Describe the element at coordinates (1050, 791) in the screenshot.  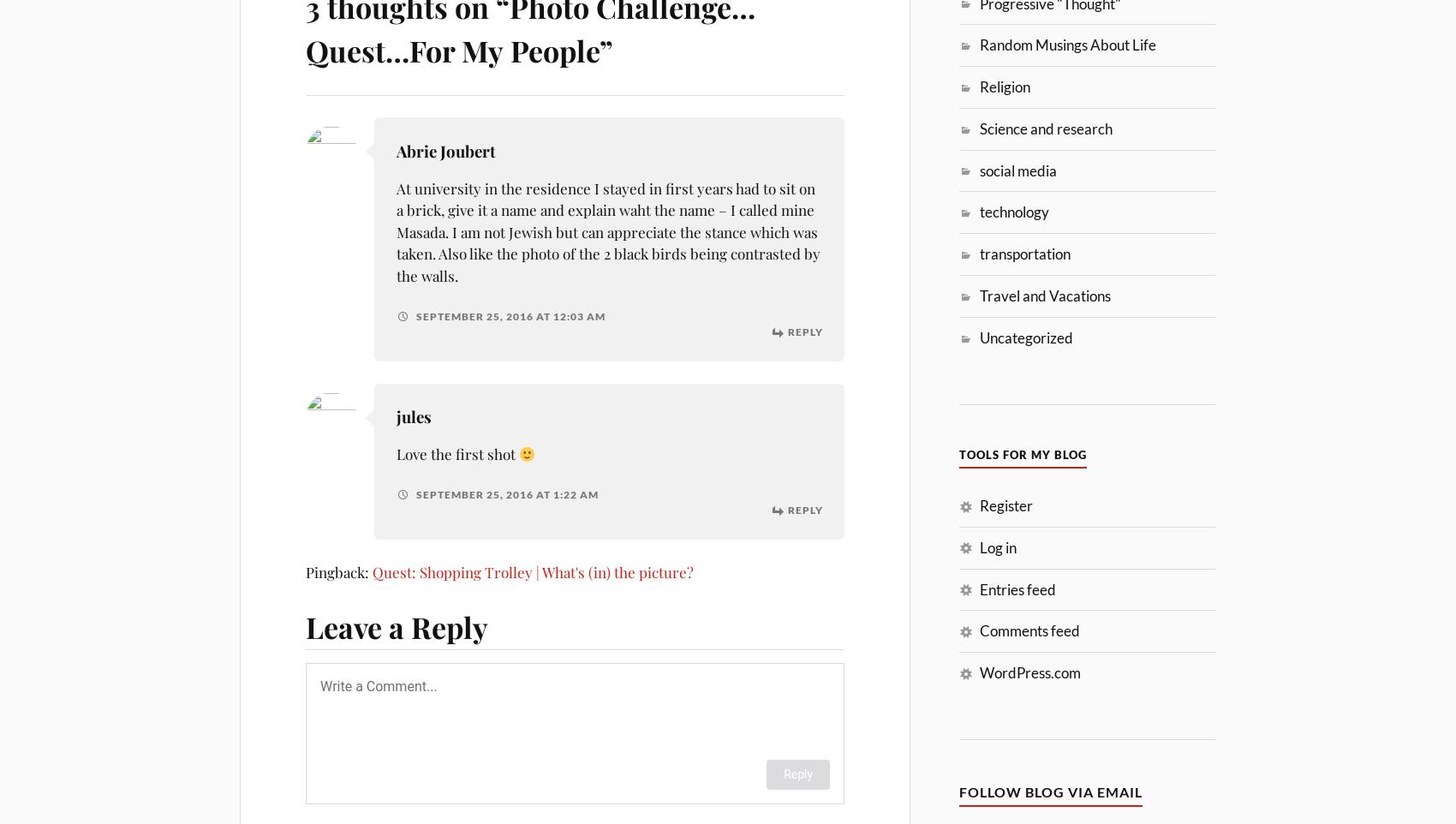
I see `'Follow Blog via Email'` at that location.